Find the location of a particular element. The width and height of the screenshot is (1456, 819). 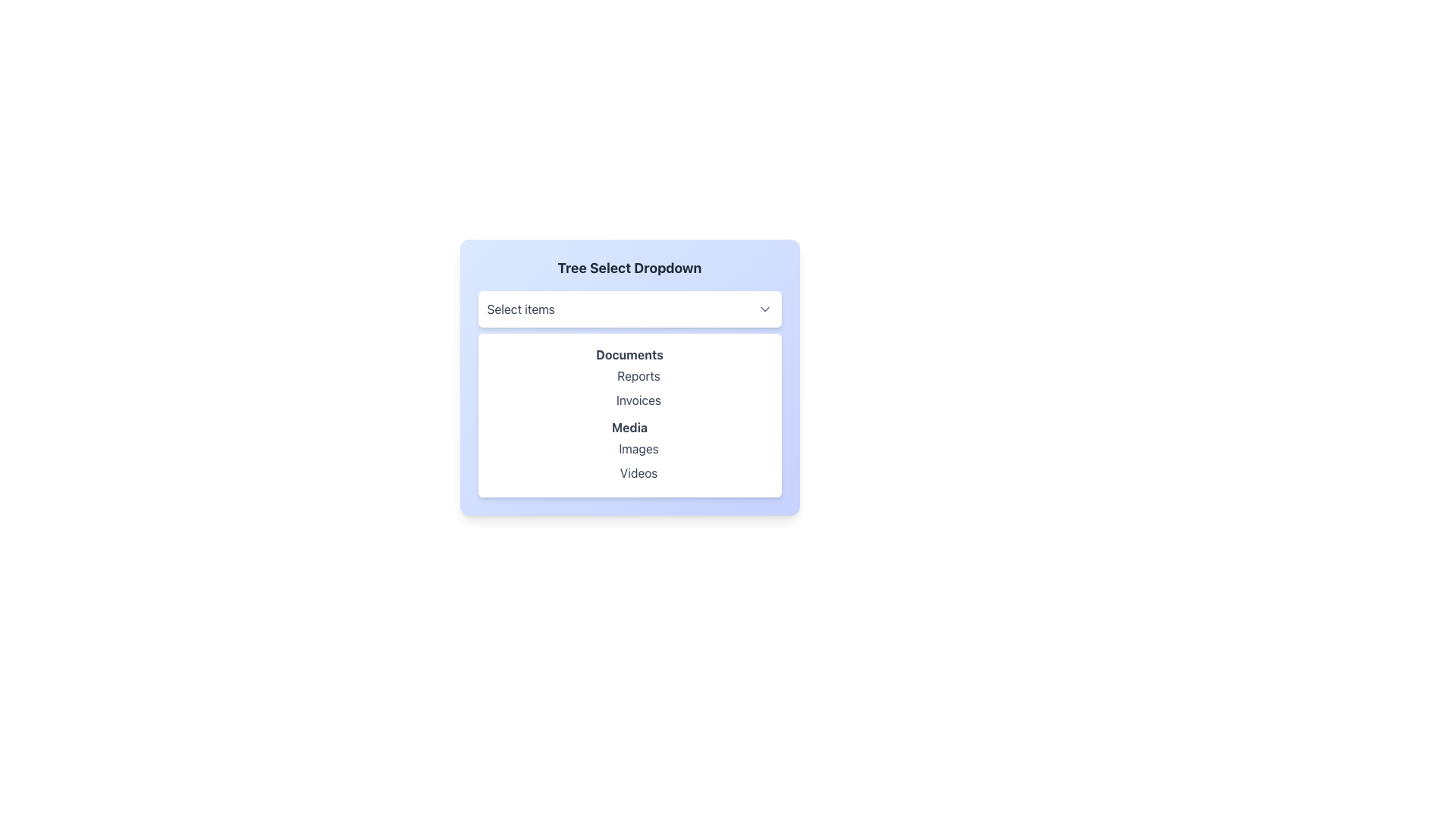

the 'Images' option in the Media section of the dropdown menu is located at coordinates (635, 447).